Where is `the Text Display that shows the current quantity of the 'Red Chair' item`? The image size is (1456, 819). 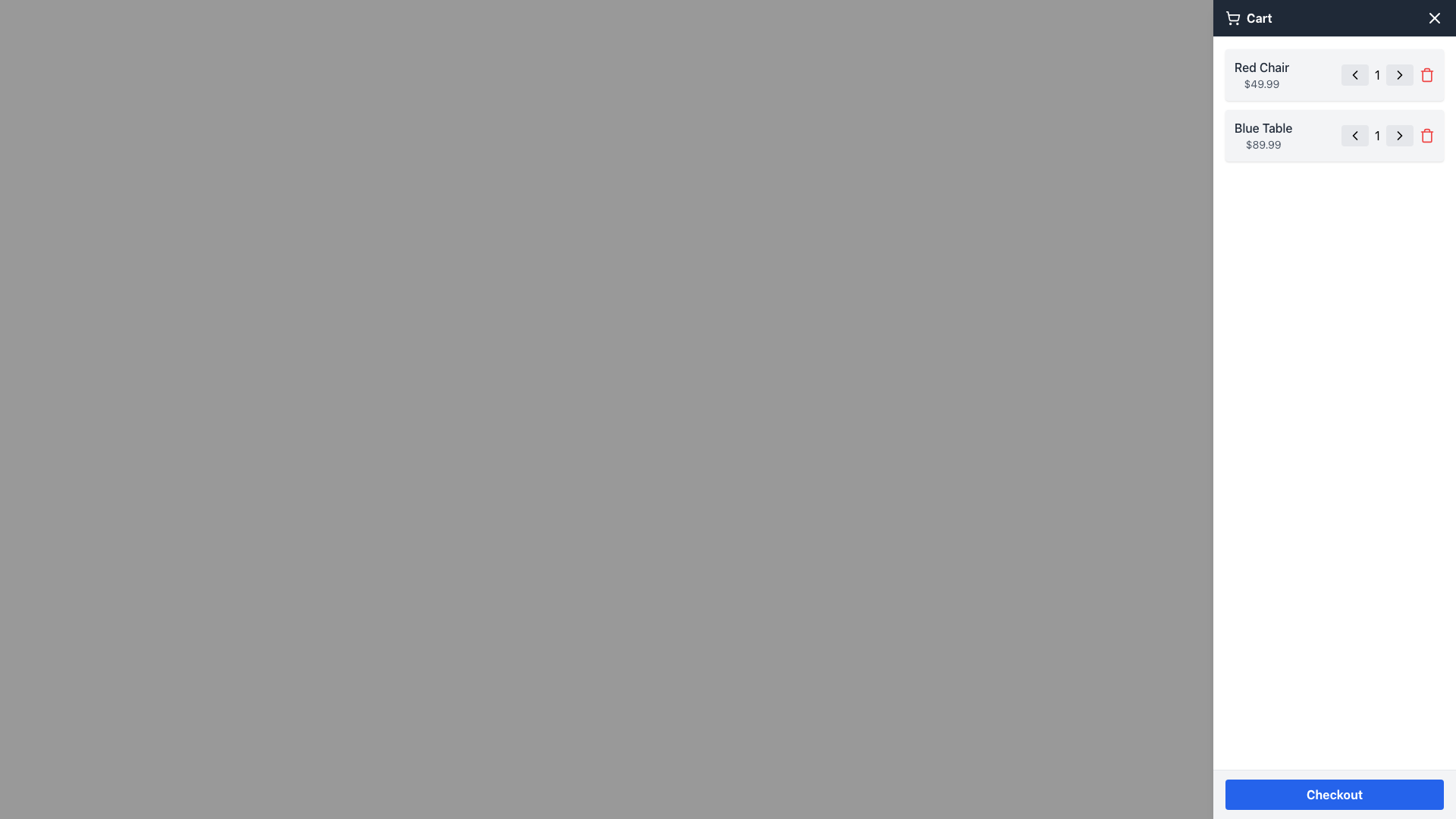 the Text Display that shows the current quantity of the 'Red Chair' item is located at coordinates (1387, 75).